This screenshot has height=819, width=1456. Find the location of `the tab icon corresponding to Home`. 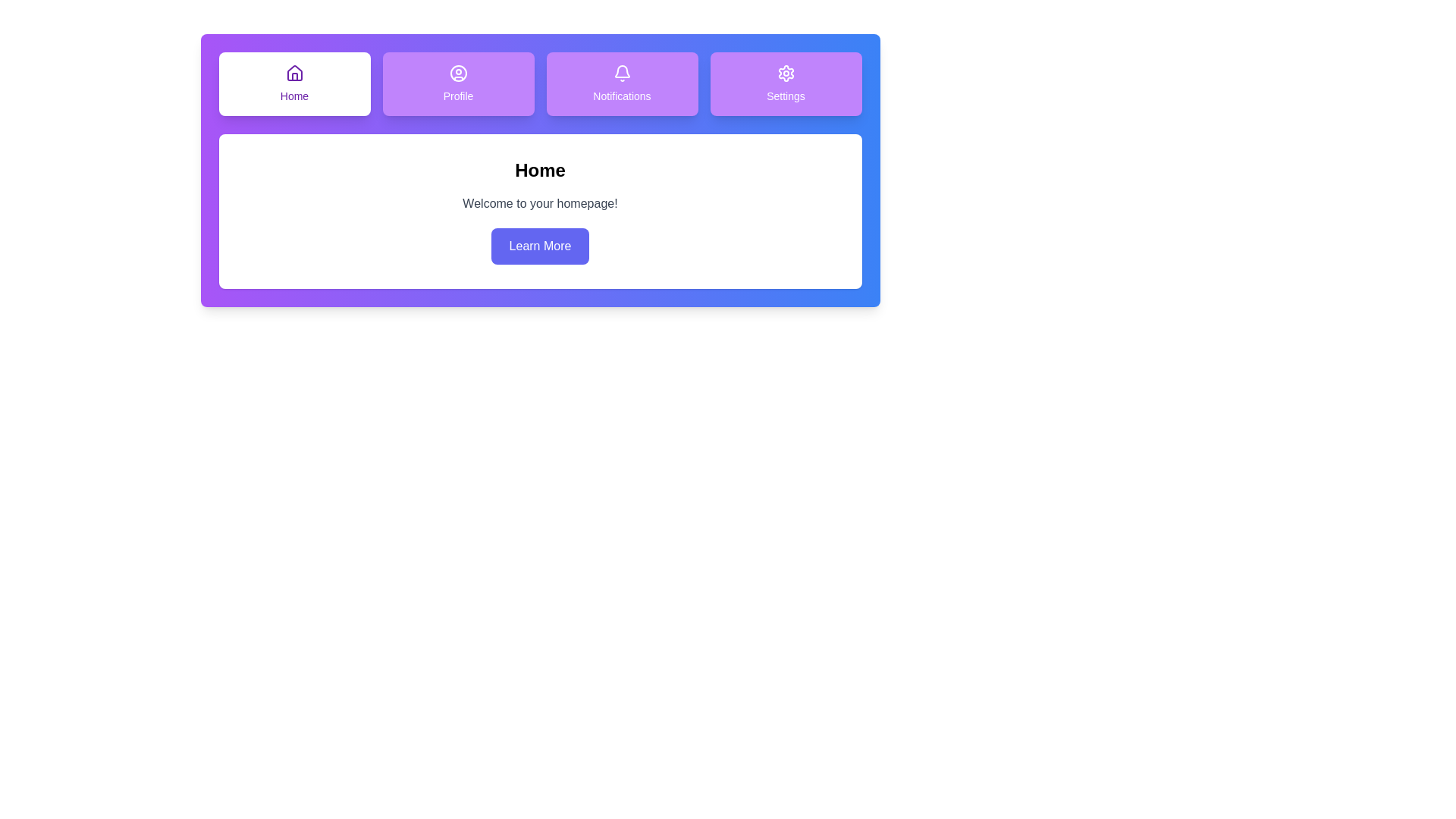

the tab icon corresponding to Home is located at coordinates (294, 84).